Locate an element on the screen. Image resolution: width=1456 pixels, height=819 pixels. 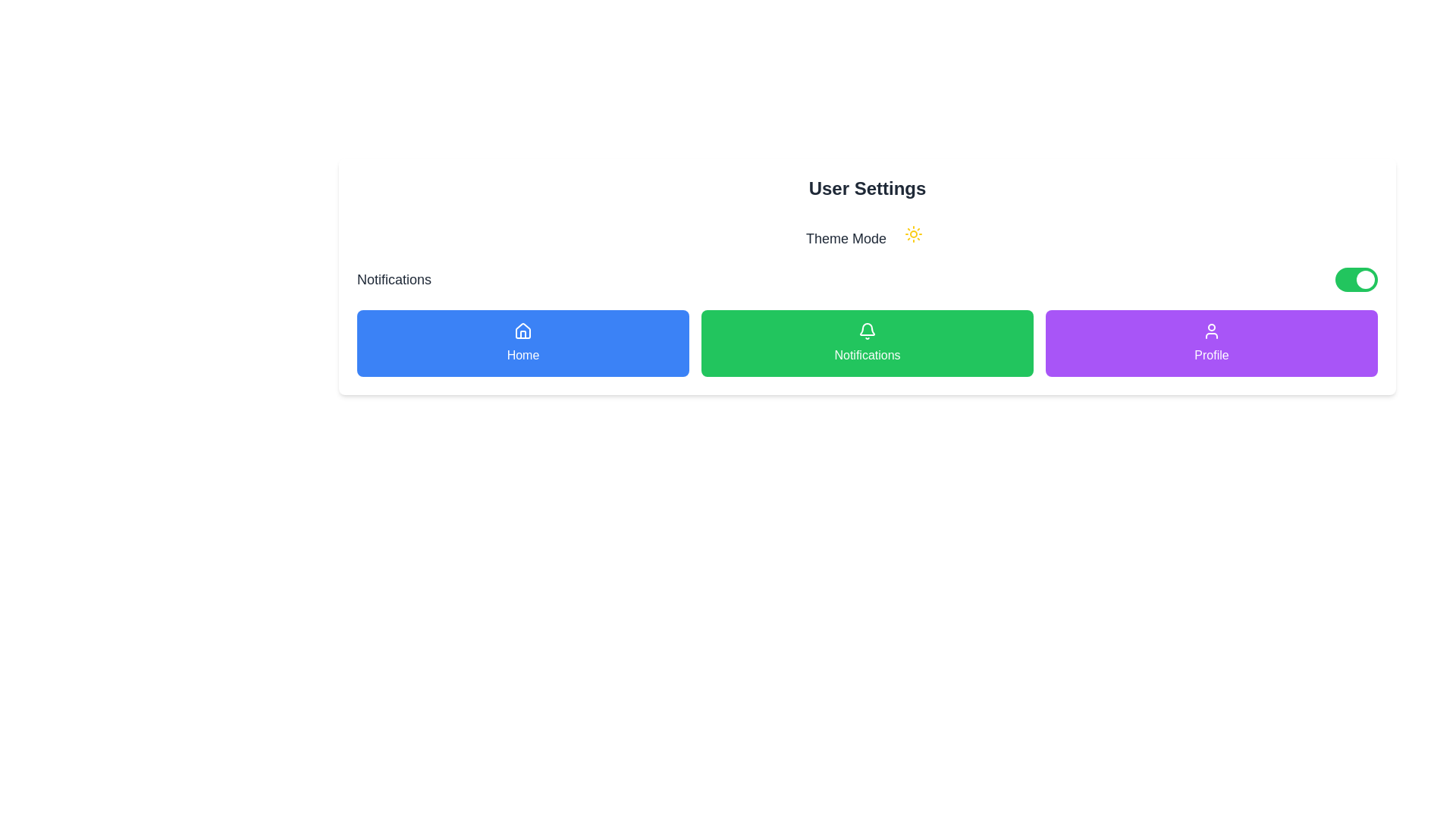
the toggle switch located in the top-right corner of the notification settings section is located at coordinates (1357, 280).